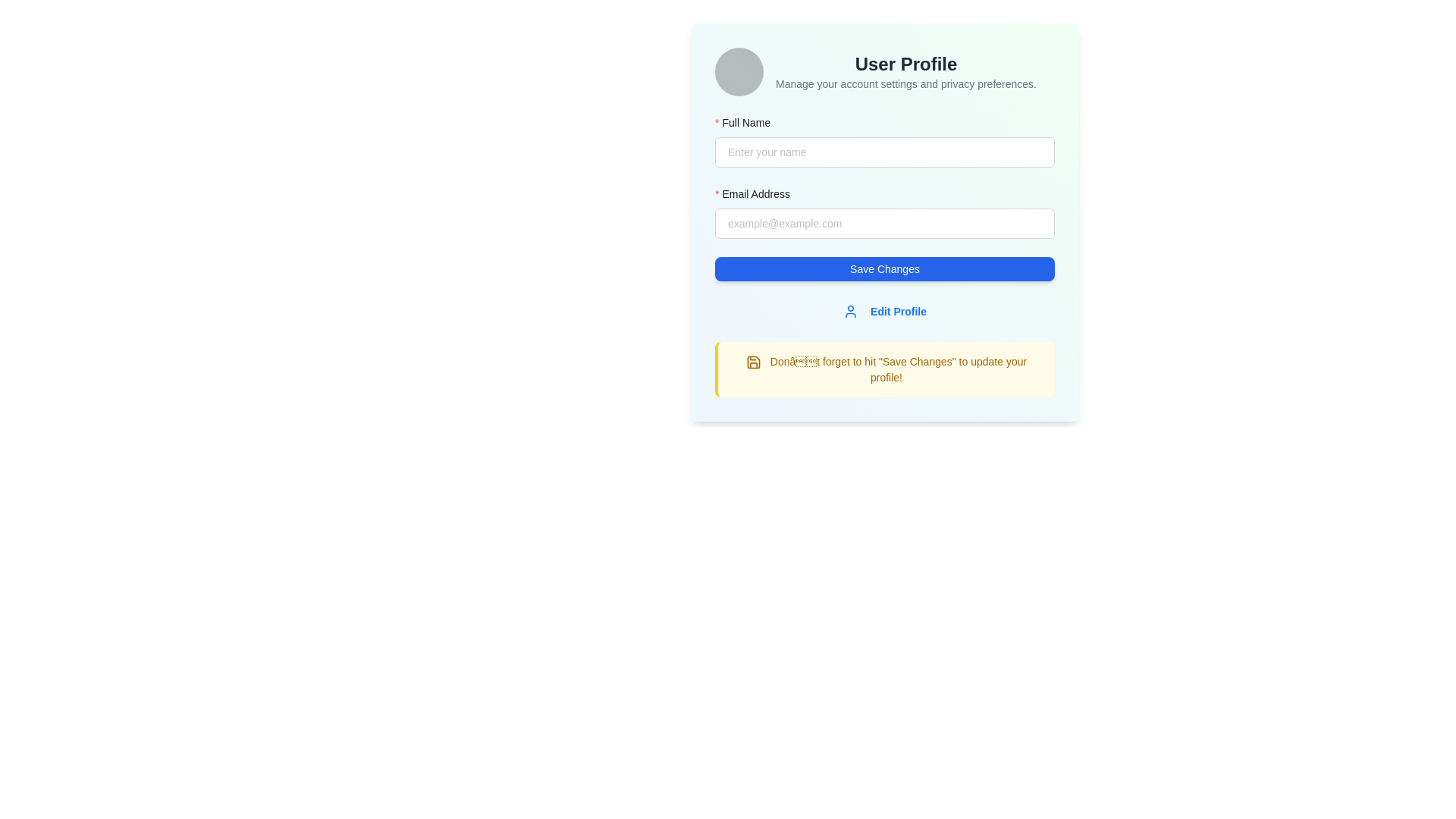  I want to click on the informational notification box reminding users to save changes to their profile, located at the bottom of the 'User Profile' form, so click(884, 369).